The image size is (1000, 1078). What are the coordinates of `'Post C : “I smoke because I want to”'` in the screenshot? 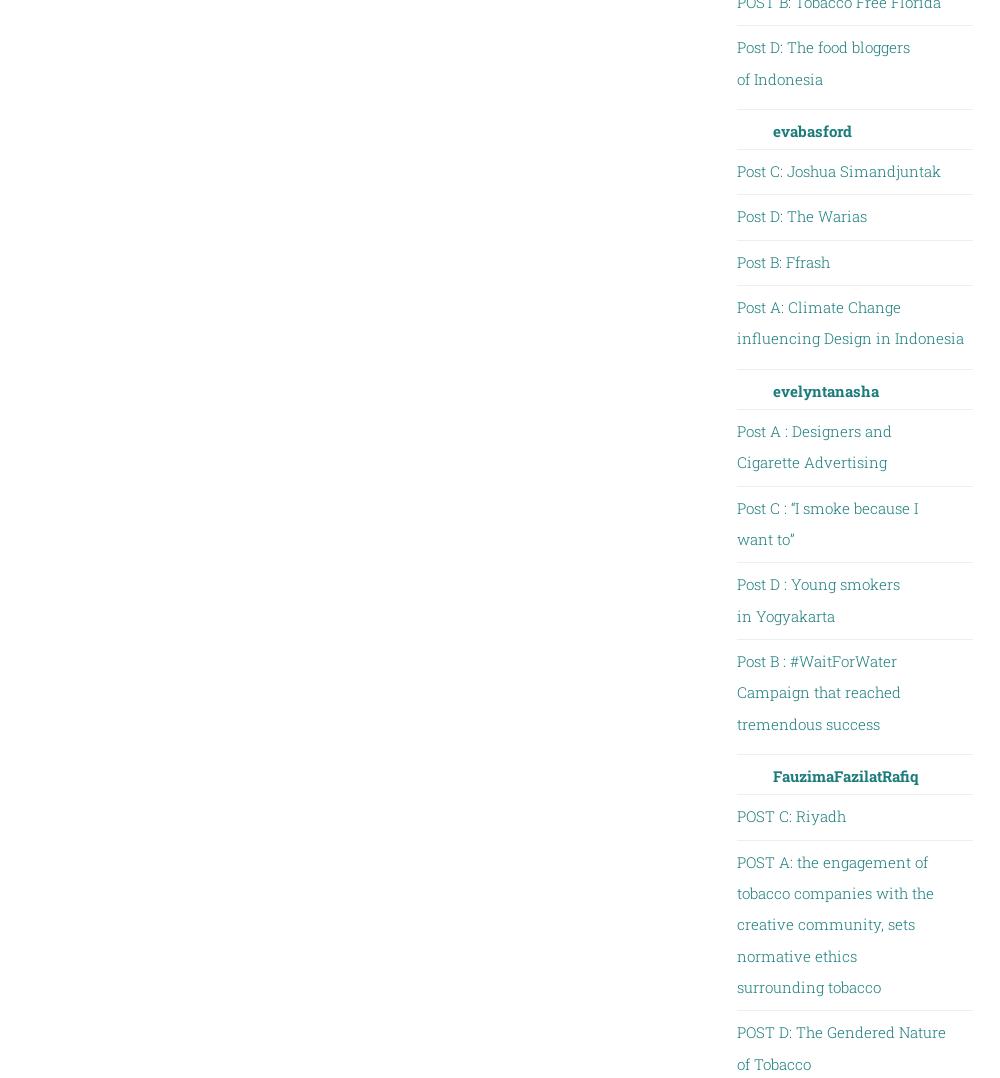 It's located at (825, 522).